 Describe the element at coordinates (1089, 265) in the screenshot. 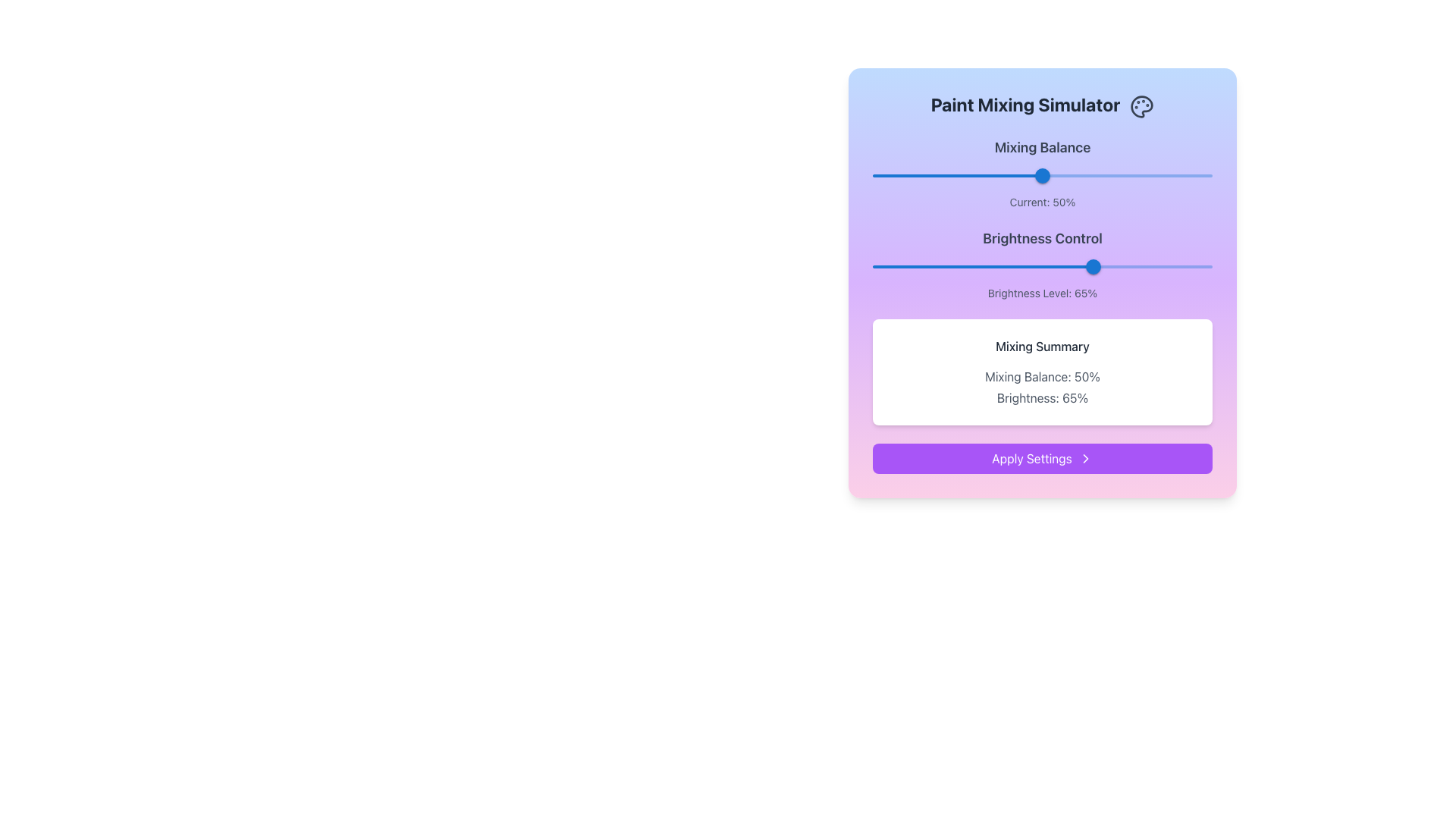

I see `the brightness level` at that location.